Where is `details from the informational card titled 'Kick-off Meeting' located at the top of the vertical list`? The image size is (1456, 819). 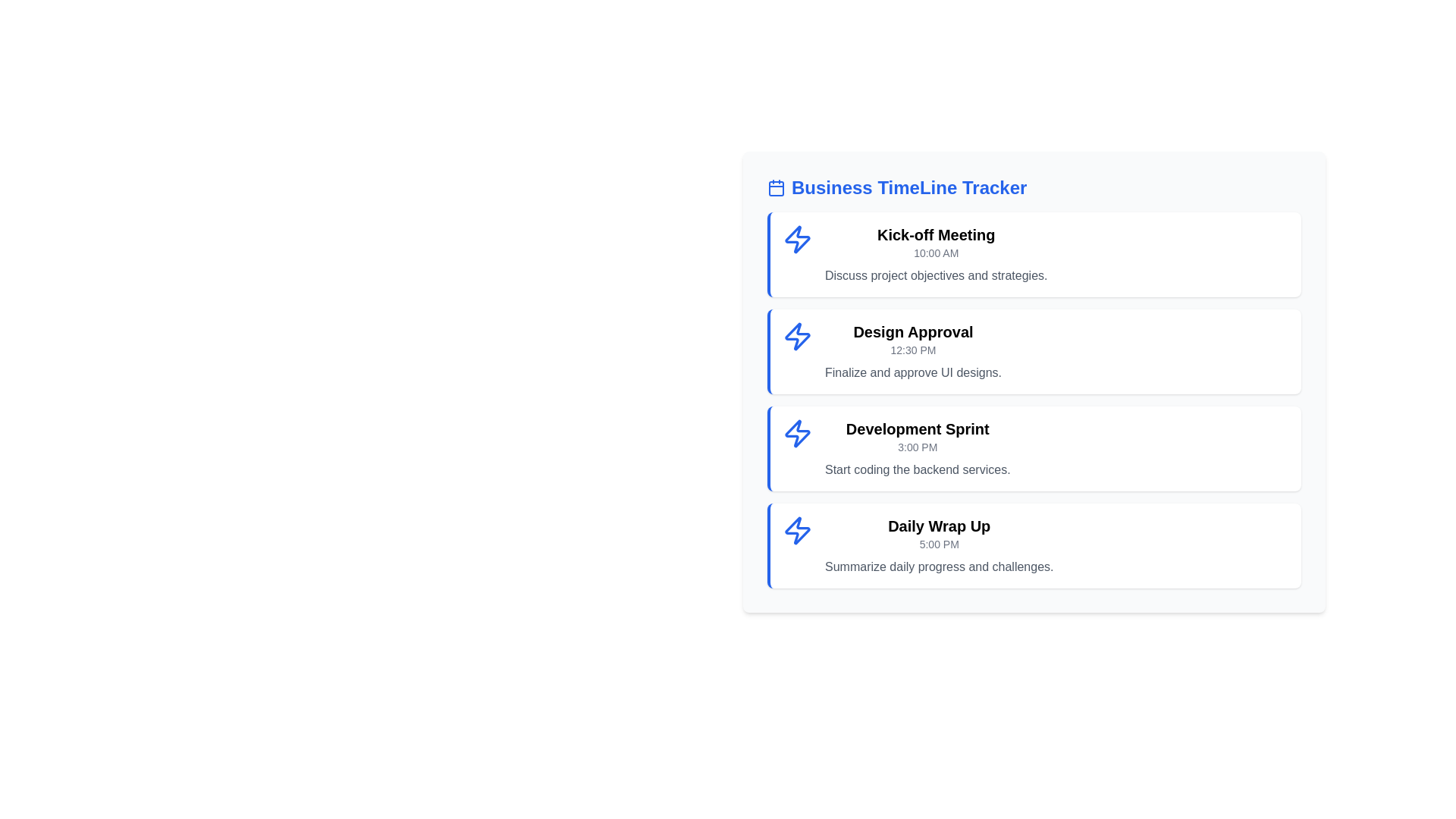
details from the informational card titled 'Kick-off Meeting' located at the top of the vertical list is located at coordinates (935, 253).